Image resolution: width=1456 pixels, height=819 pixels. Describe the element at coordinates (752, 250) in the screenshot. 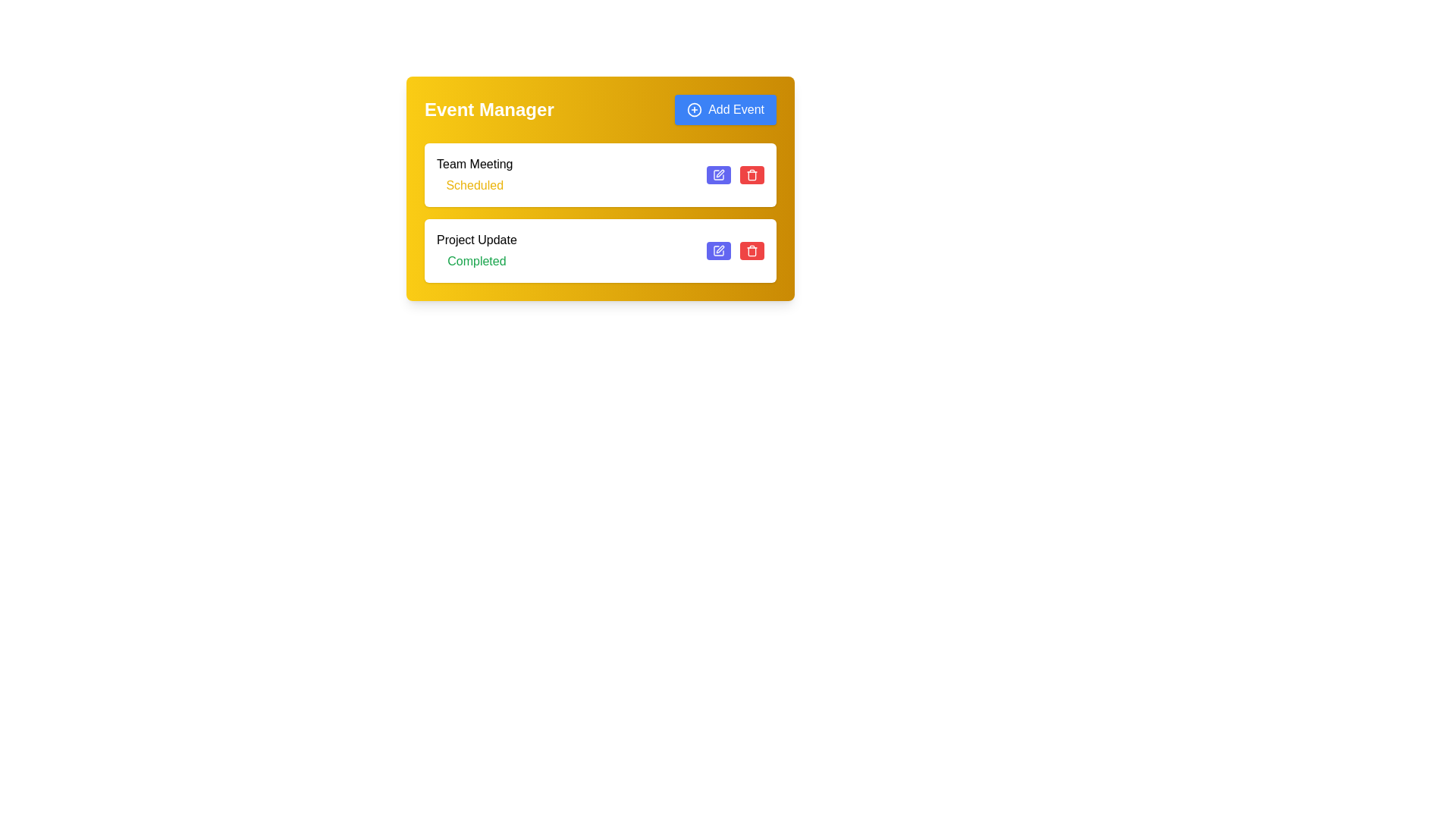

I see `the trash can icon within the delete button located to the right of the 'Project Update' event entry in the second row of the event list` at that location.